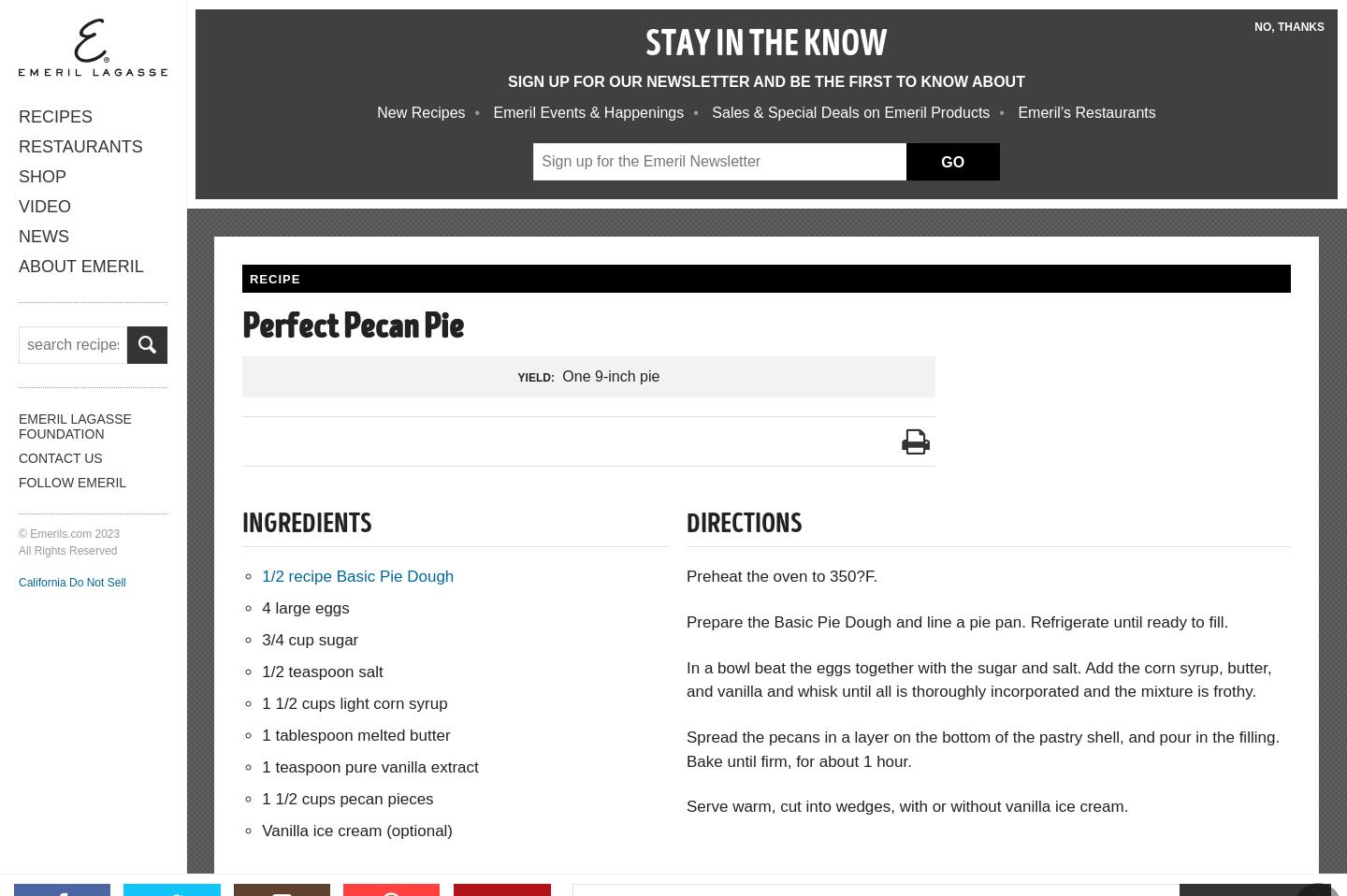 The width and height of the screenshot is (1347, 896). I want to click on '1/2 teaspoon salt', so click(322, 670).